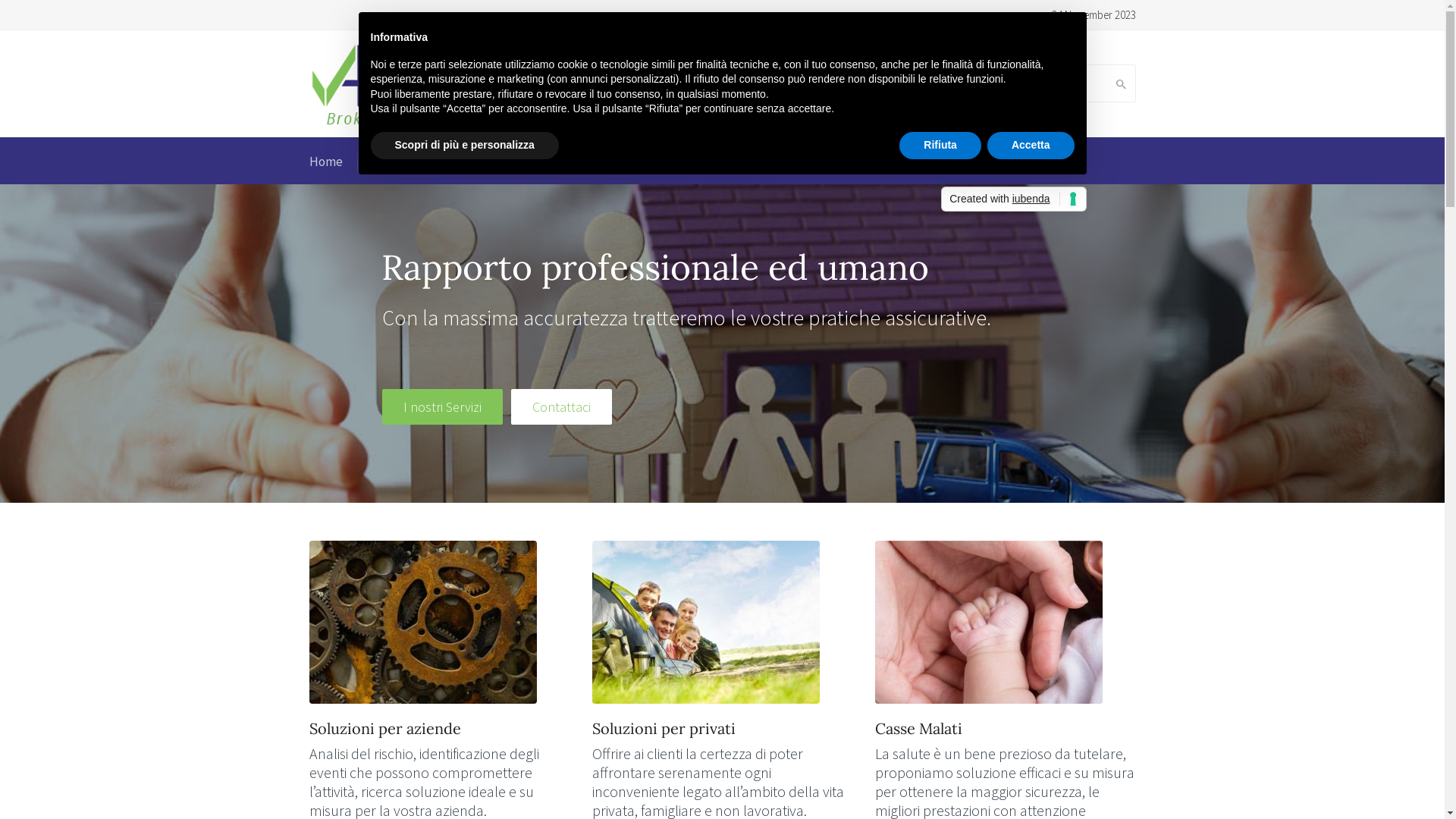 The width and height of the screenshot is (1456, 819). What do you see at coordinates (896, 162) in the screenshot?
I see `'Contatto'` at bounding box center [896, 162].